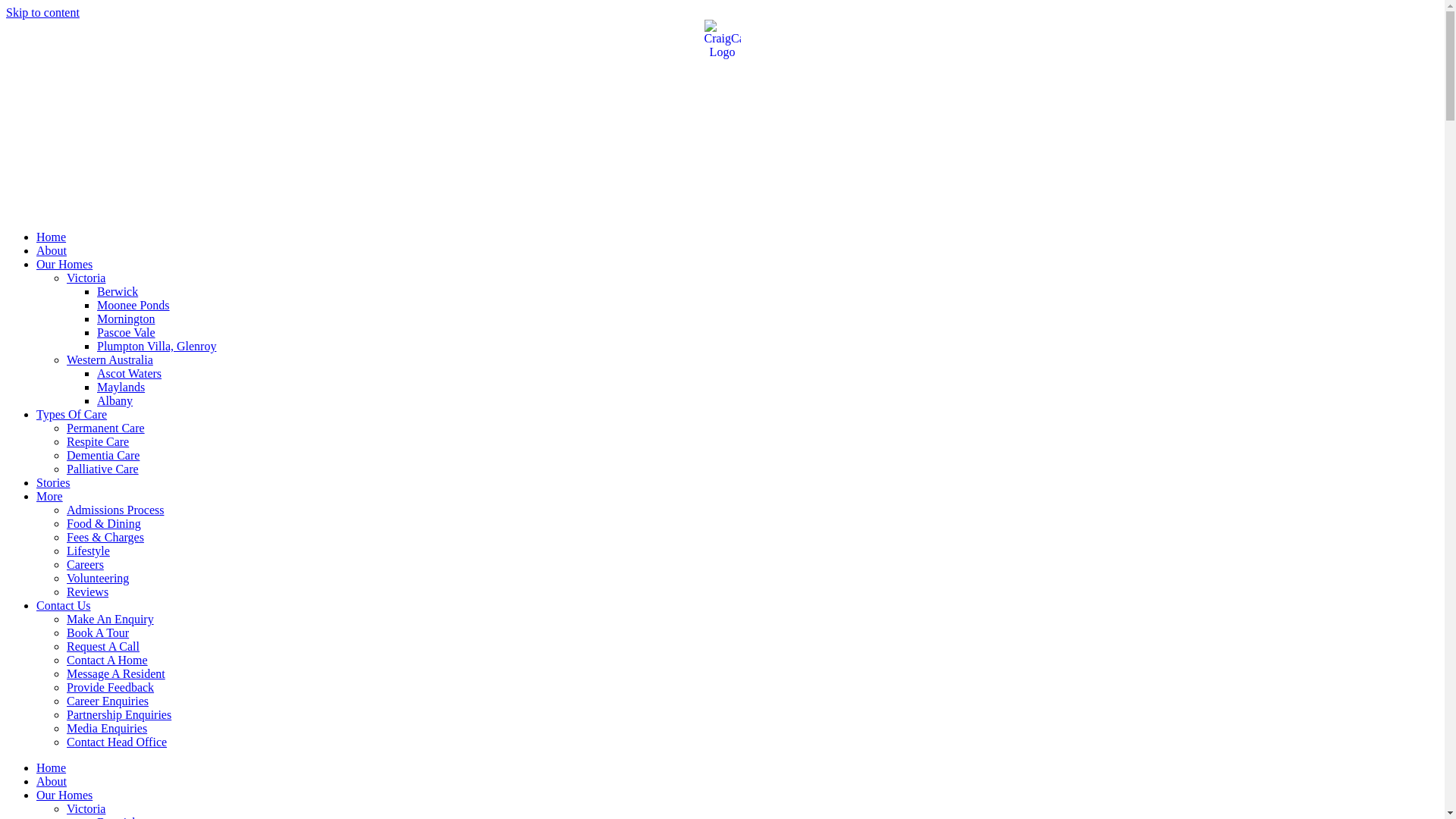  What do you see at coordinates (115, 741) in the screenshot?
I see `'Contact Head Office'` at bounding box center [115, 741].